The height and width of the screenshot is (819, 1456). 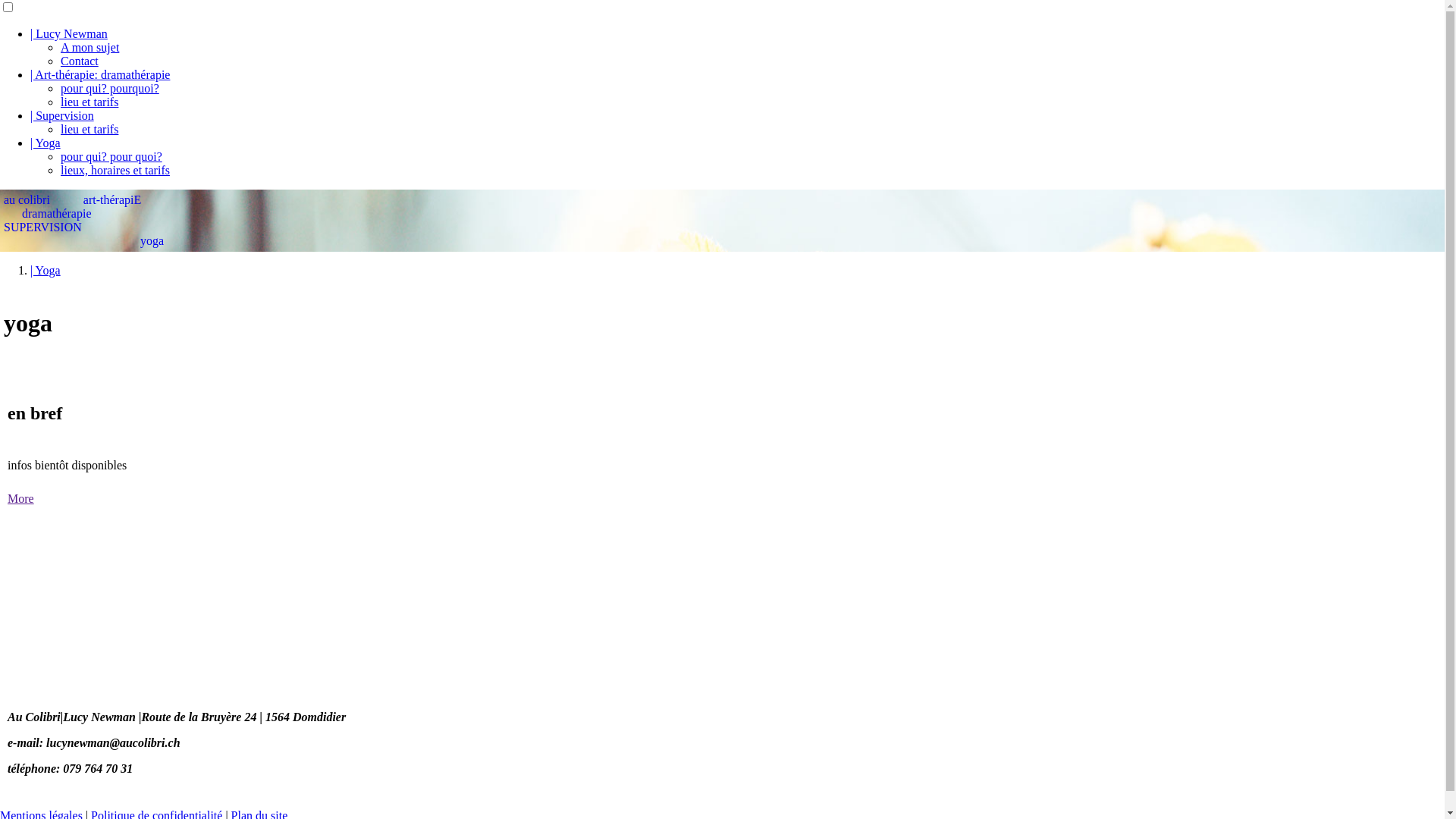 What do you see at coordinates (89, 102) in the screenshot?
I see `'lieu et tarifs'` at bounding box center [89, 102].